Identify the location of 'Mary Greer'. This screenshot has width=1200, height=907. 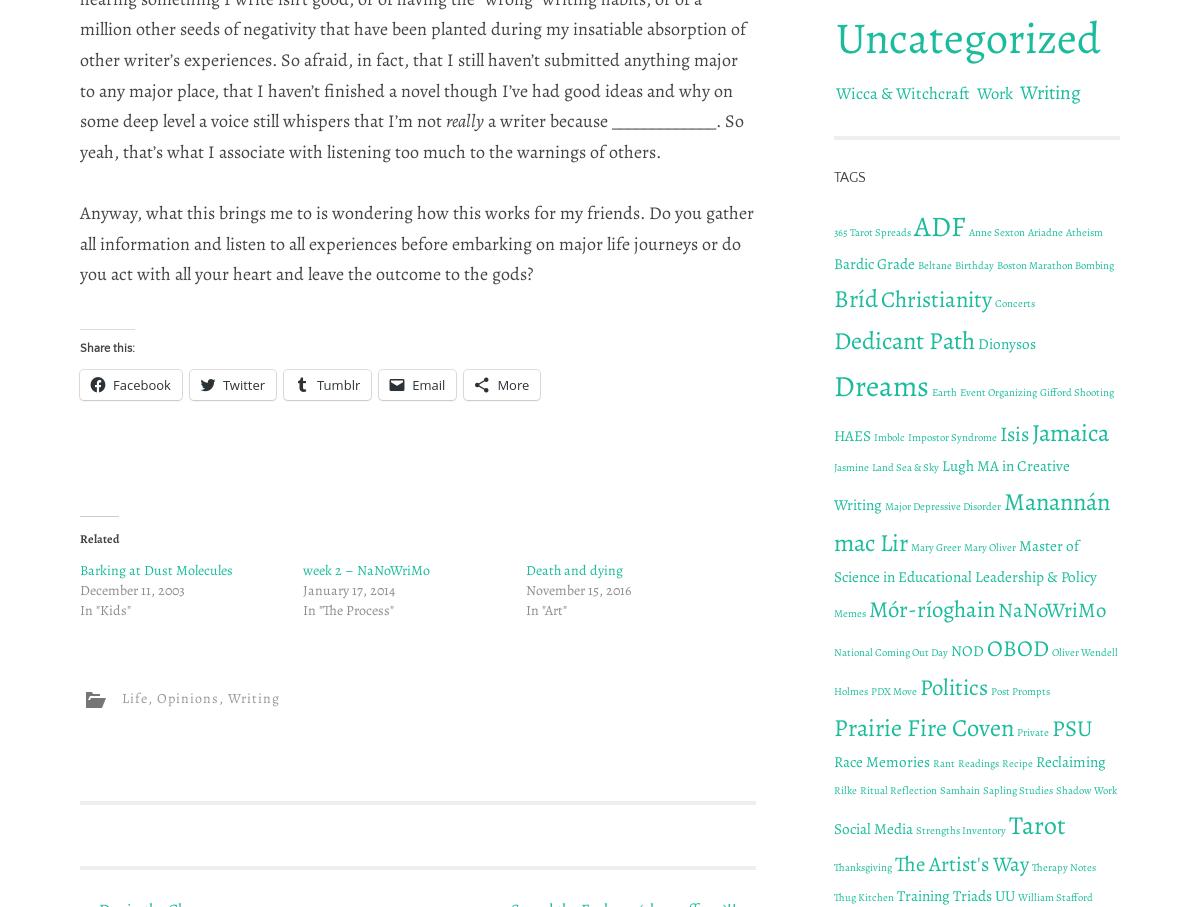
(936, 547).